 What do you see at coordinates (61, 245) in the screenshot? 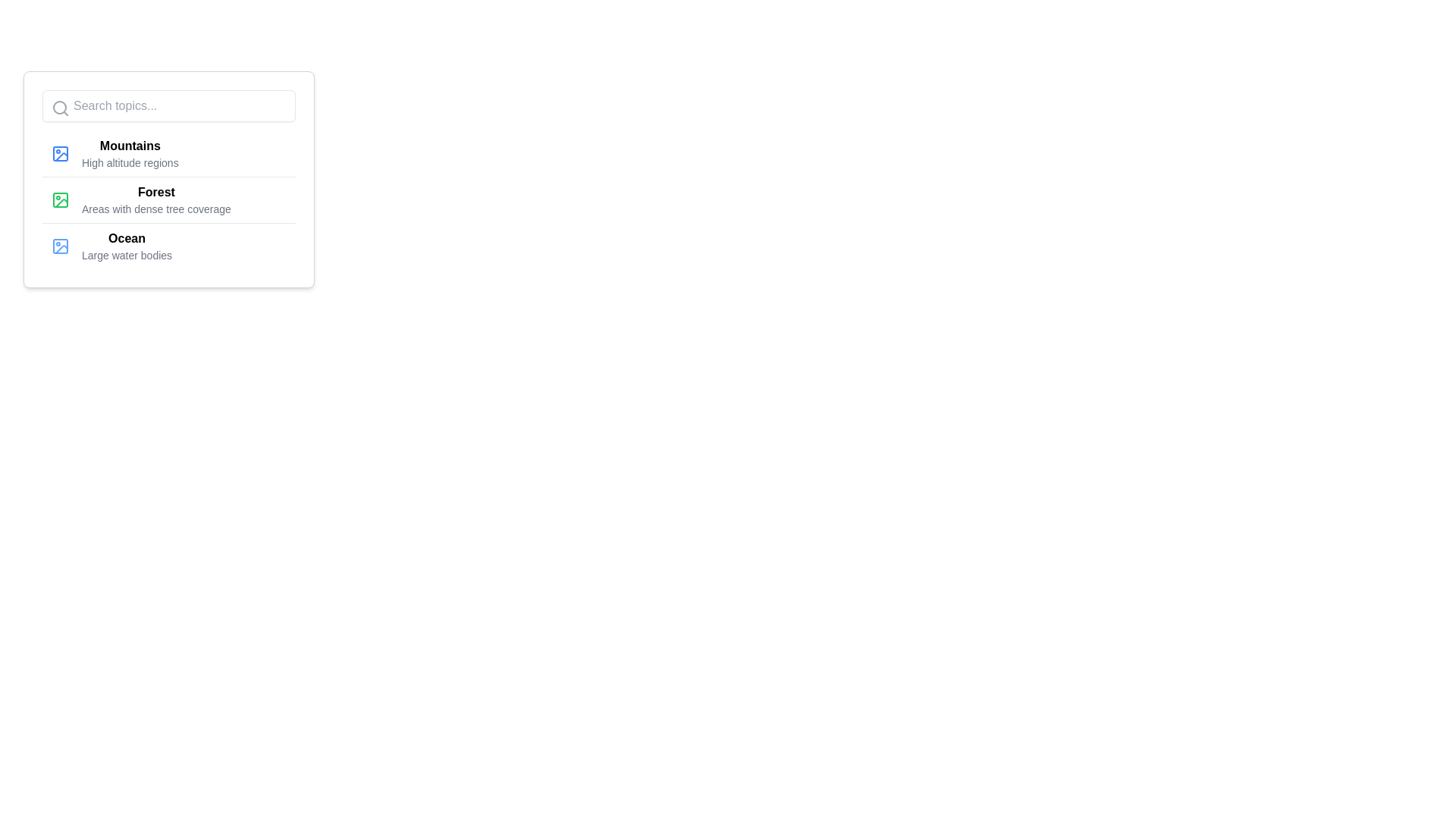
I see `the 'Ocean' category icon located at the beginning of the horizontal layout, to the left of the text label 'Ocean'` at bounding box center [61, 245].